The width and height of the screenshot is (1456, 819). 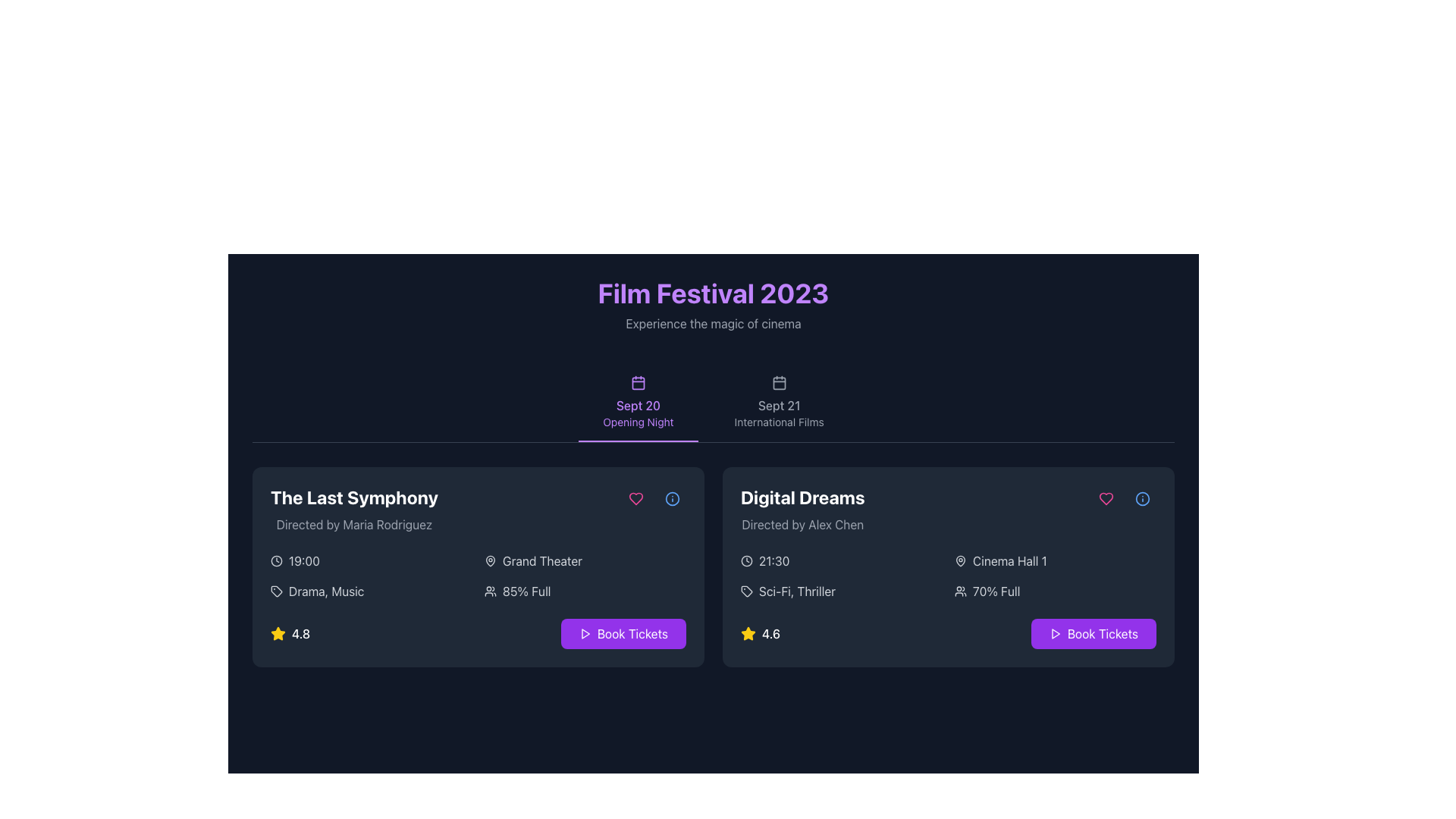 What do you see at coordinates (746, 561) in the screenshot?
I see `the small clock icon located within the 'Digital Dreams' card under the '21:30' time text` at bounding box center [746, 561].